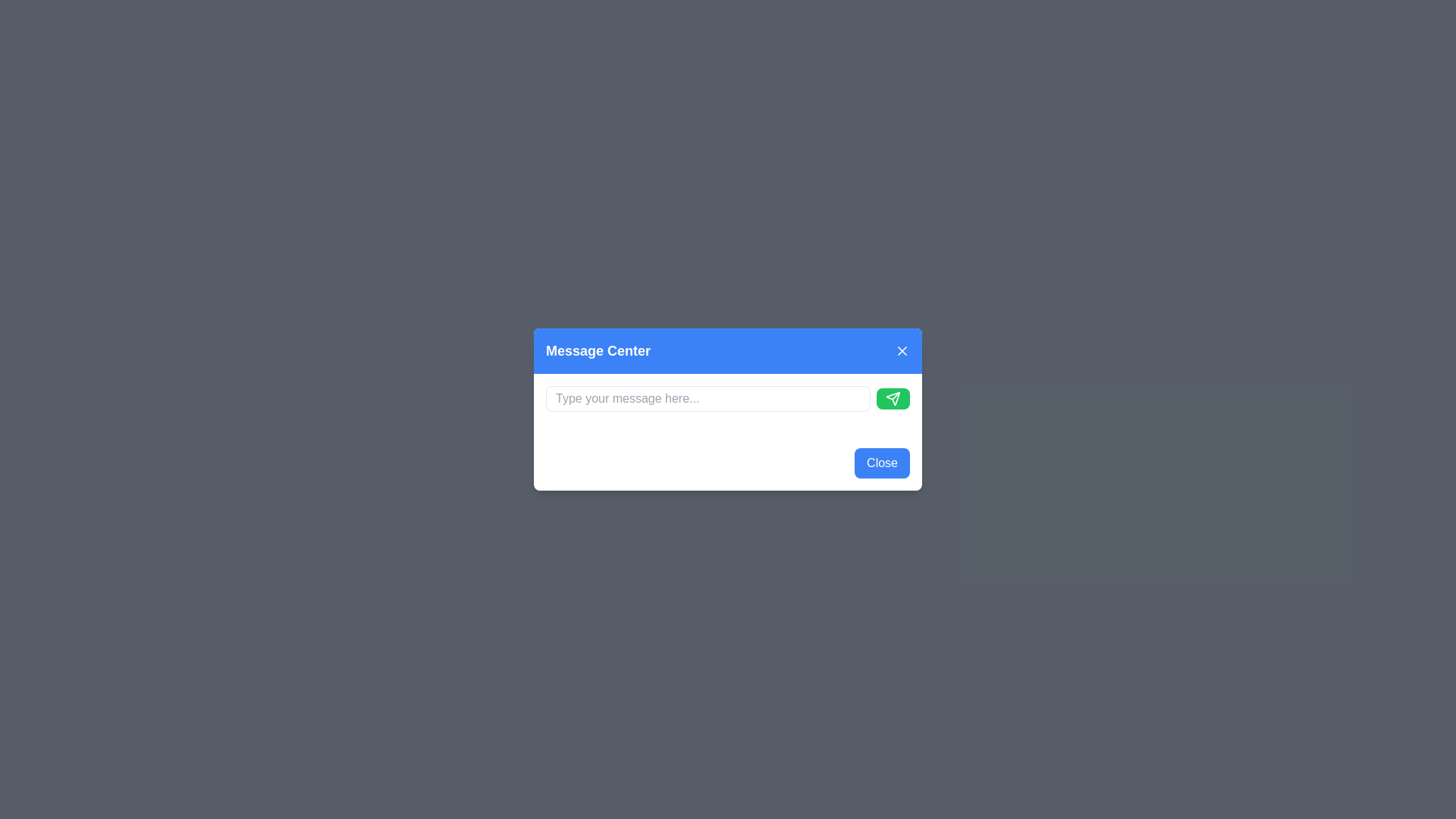 The height and width of the screenshot is (819, 1456). Describe the element at coordinates (893, 397) in the screenshot. I see `the green button with a white paper plane icon located at the far-right side of the 'Message Center' modal` at that location.